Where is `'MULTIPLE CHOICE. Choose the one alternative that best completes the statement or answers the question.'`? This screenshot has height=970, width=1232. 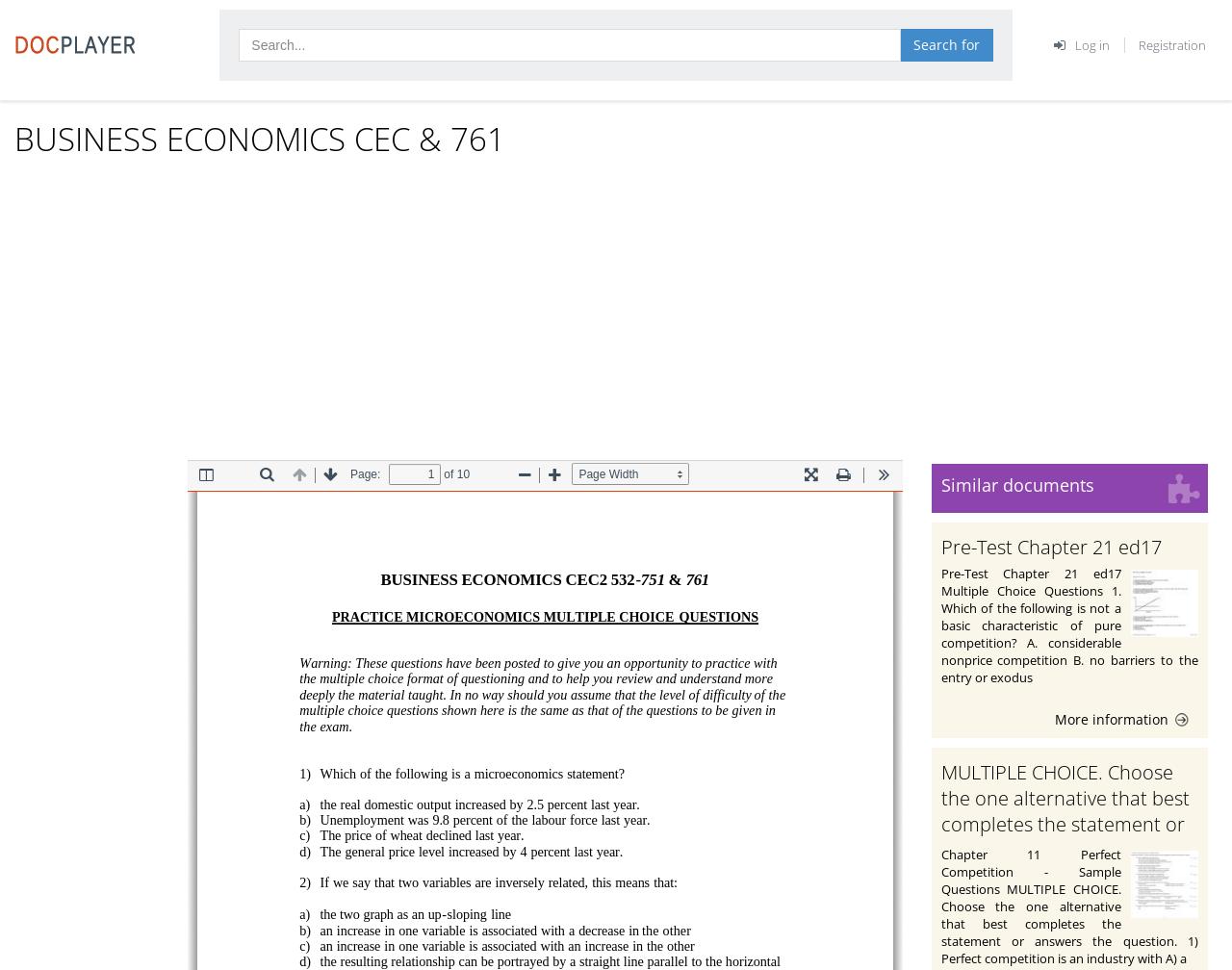 'MULTIPLE CHOICE. Choose the one alternative that best completes the statement or answers the question.' is located at coordinates (940, 809).